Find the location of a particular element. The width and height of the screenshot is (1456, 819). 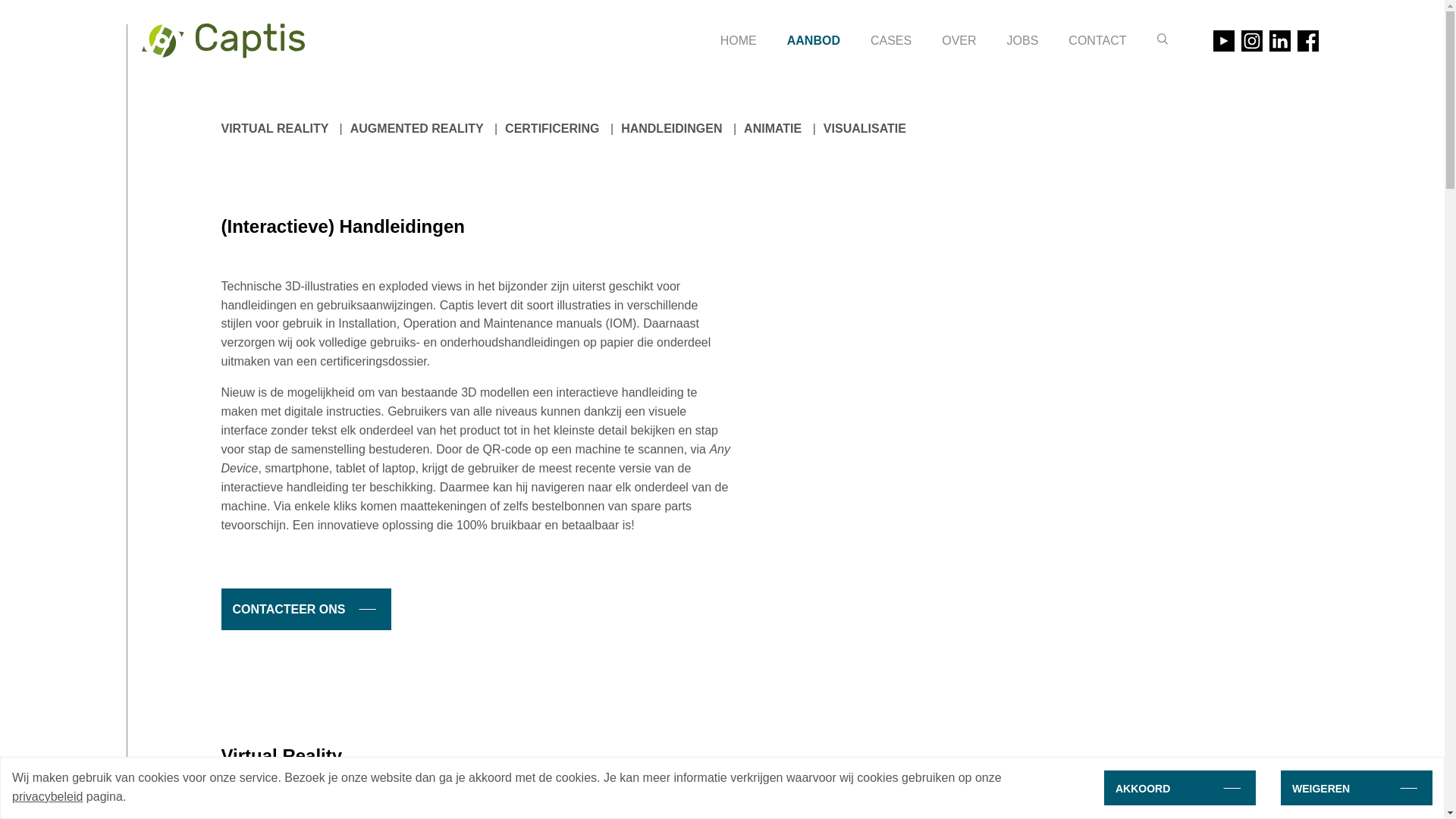

'VIRTUAL REALITY' is located at coordinates (275, 127).